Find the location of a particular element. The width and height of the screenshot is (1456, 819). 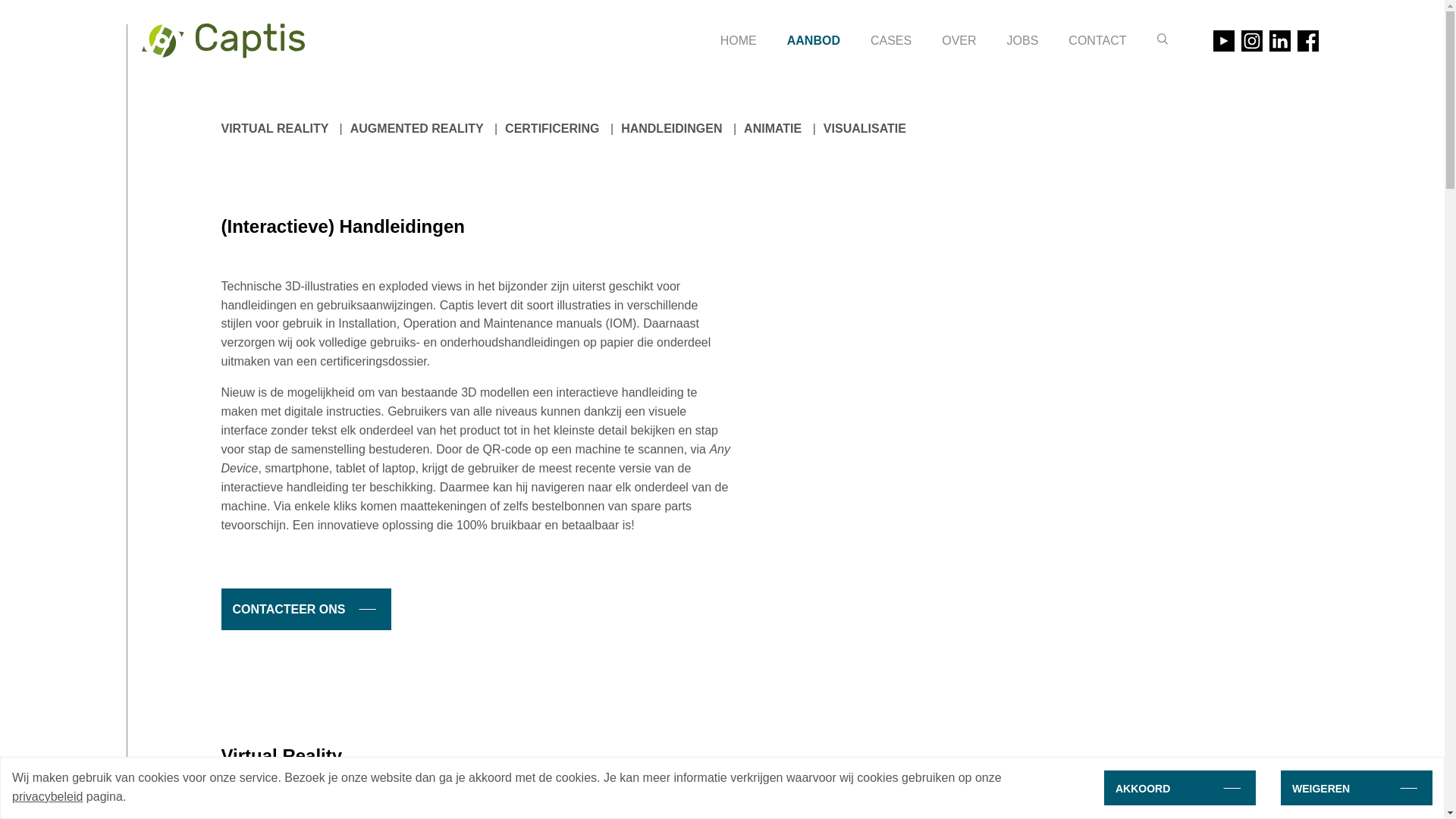

'VIRTUAL REALITY' is located at coordinates (275, 127).